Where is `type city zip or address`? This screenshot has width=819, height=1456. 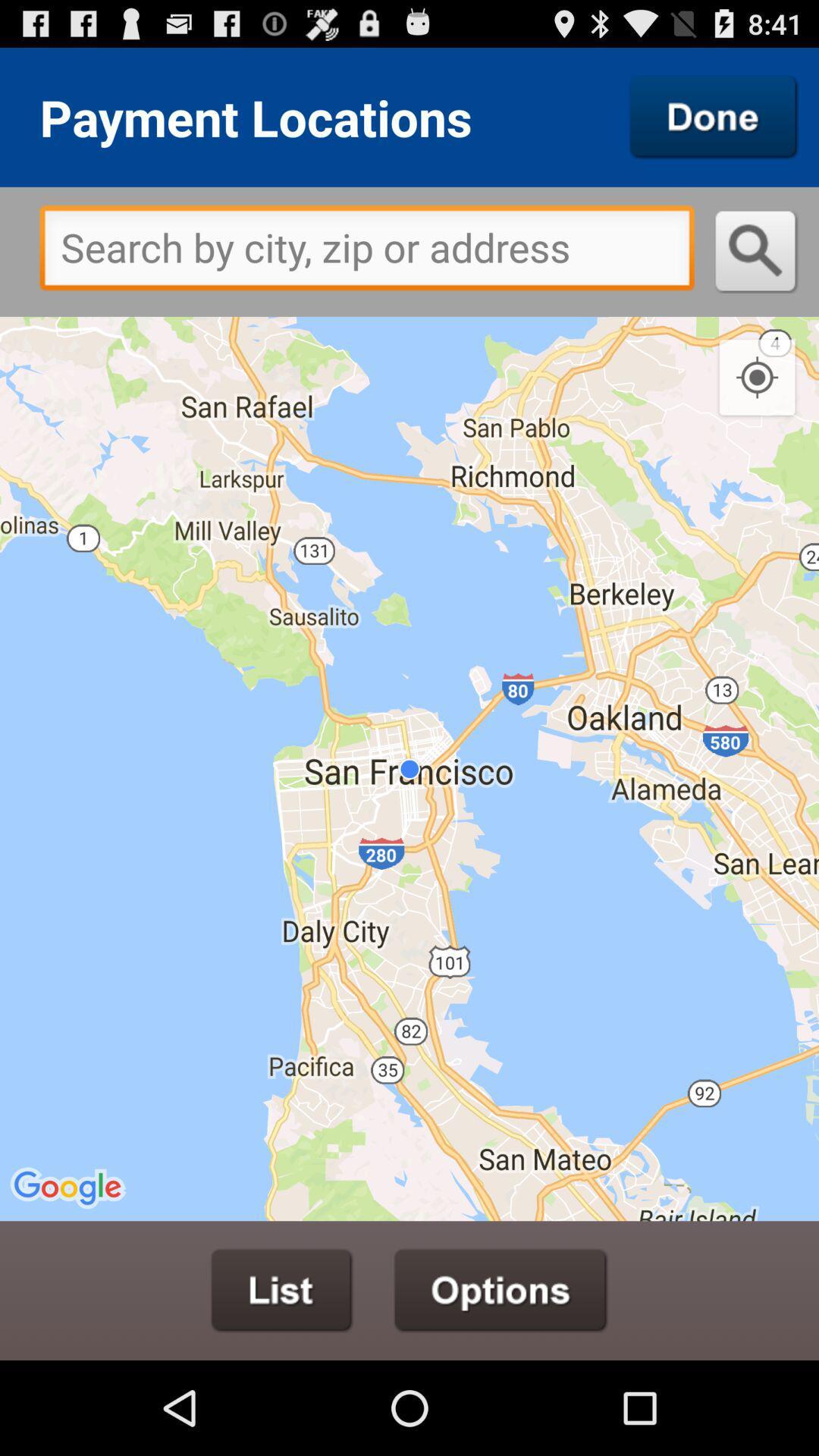 type city zip or address is located at coordinates (367, 252).